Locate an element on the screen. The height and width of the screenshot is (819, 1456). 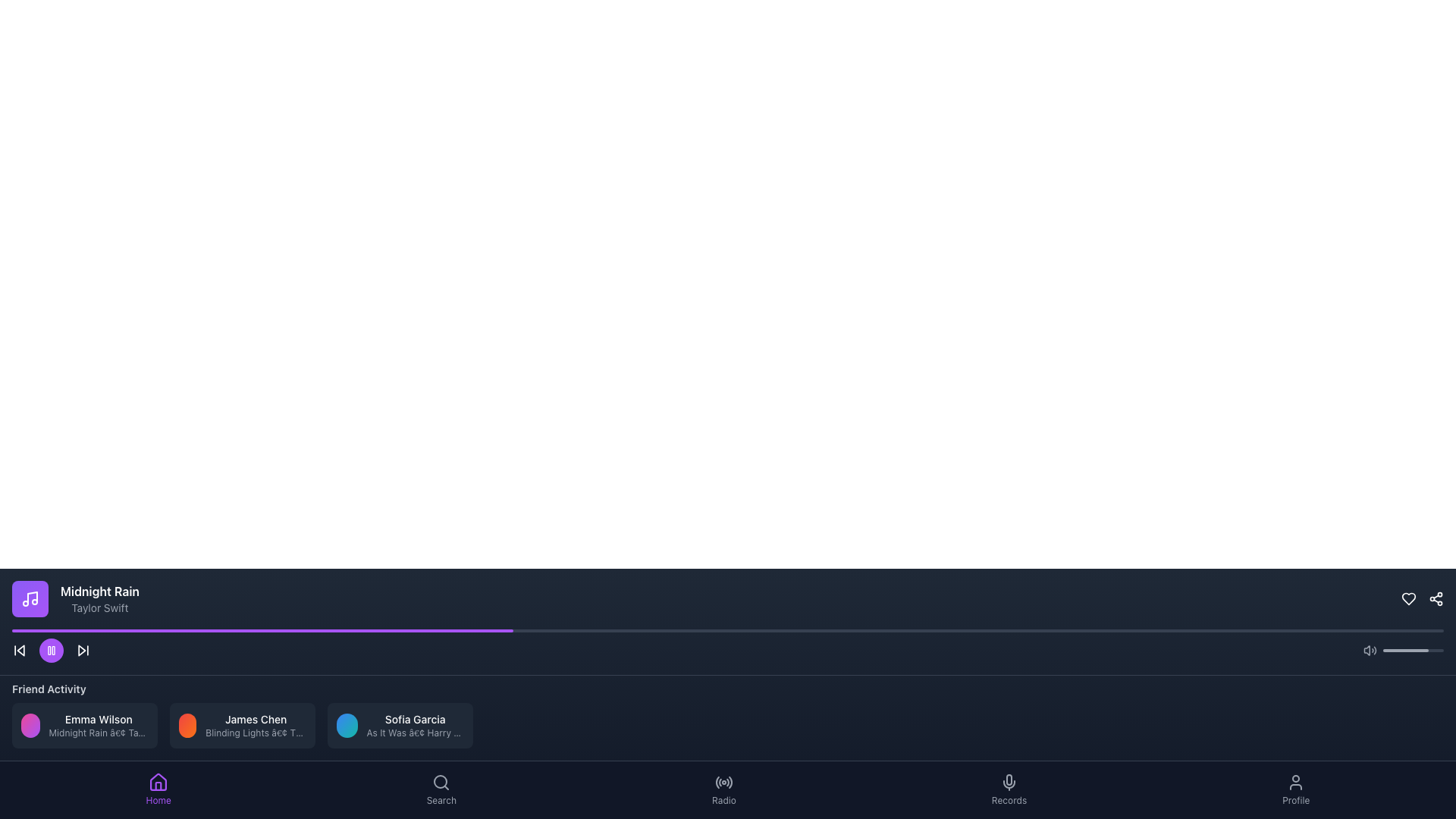
the displayed information of the Informational layout featuring the avatar and text for 'Sofia Garcia' and the song 'As It Was • Harry Styles' is located at coordinates (400, 724).